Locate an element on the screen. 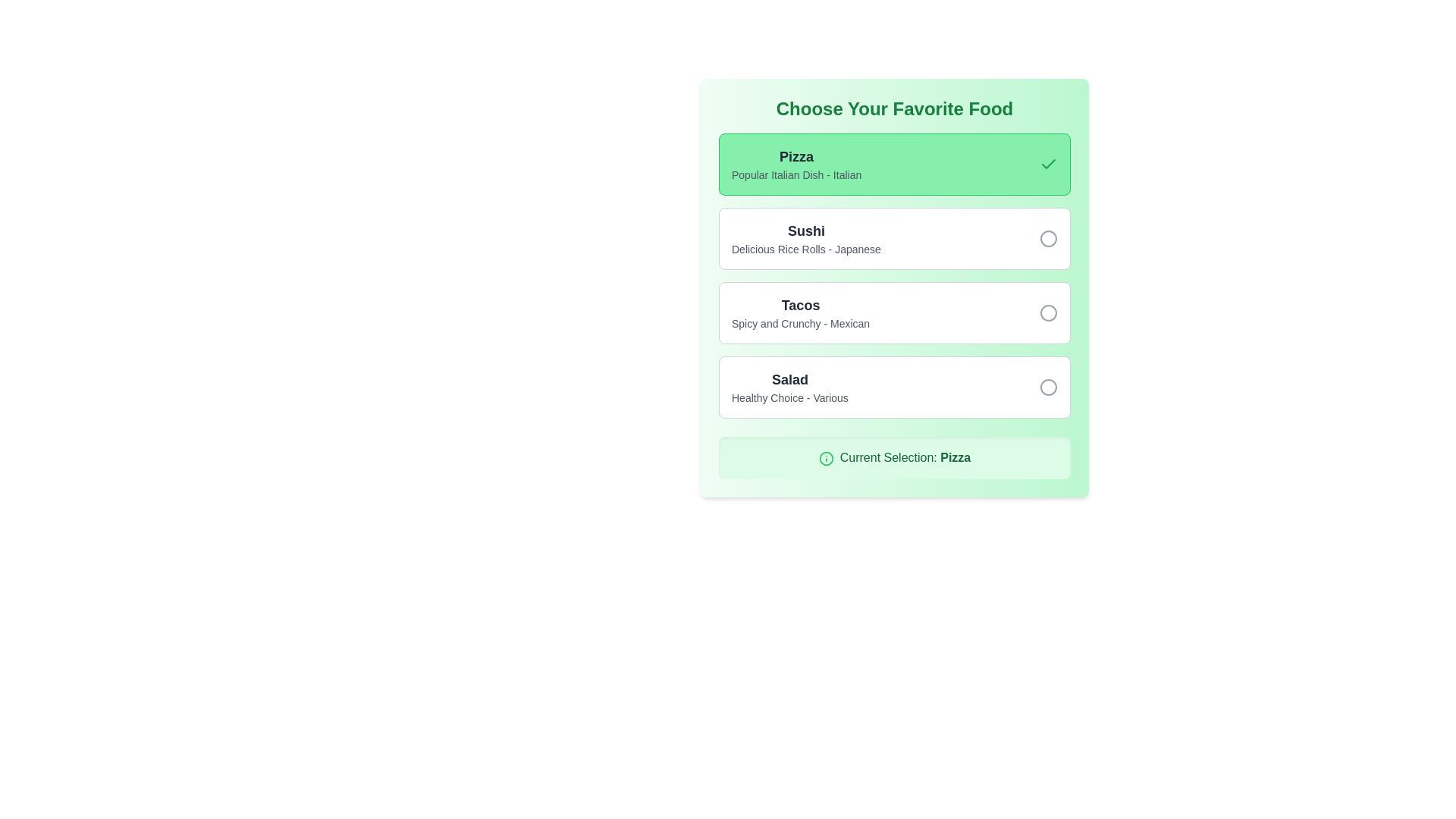 The width and height of the screenshot is (1456, 819). the radio button (SVG circle) located at the far-right end of the card displaying 'Sushi' is located at coordinates (1047, 239).